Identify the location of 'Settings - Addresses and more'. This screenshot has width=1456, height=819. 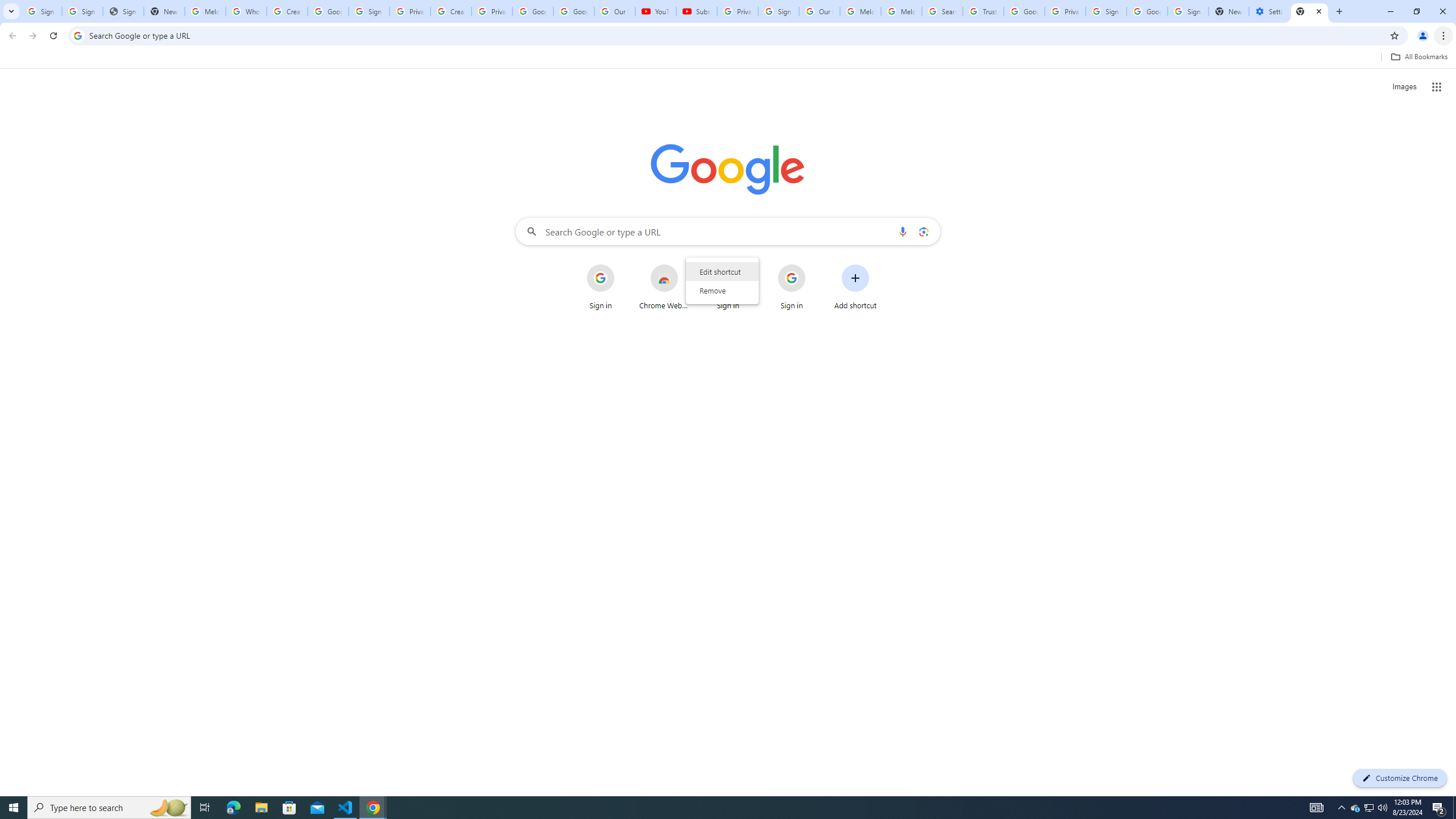
(1268, 11).